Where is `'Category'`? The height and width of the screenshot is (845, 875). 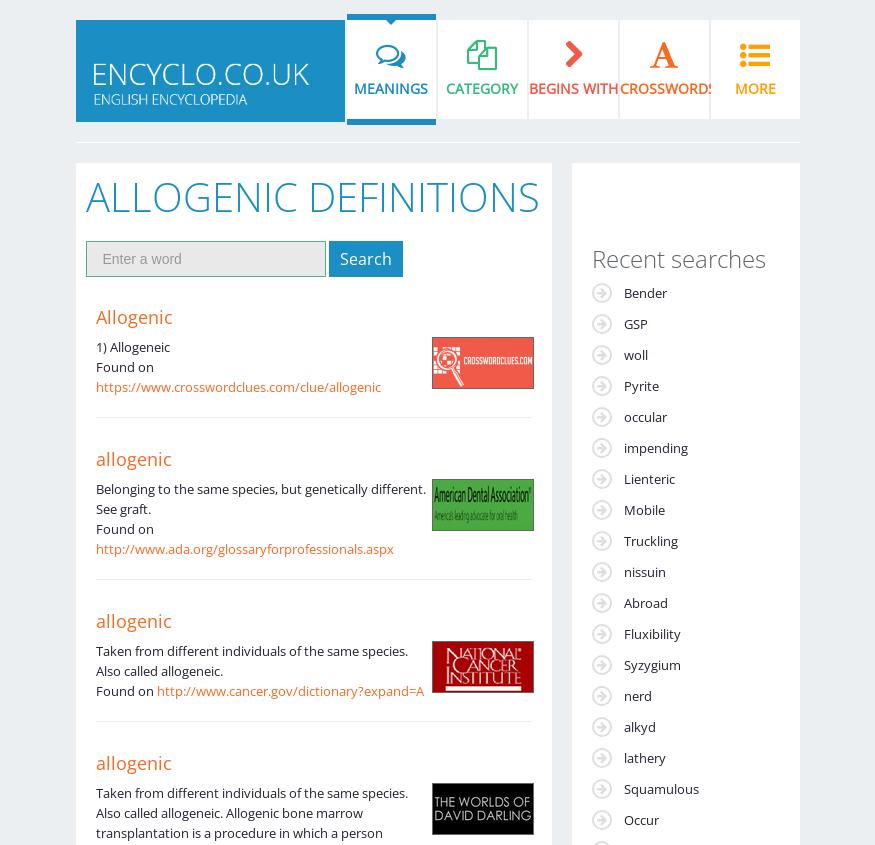
'Category' is located at coordinates (482, 88).